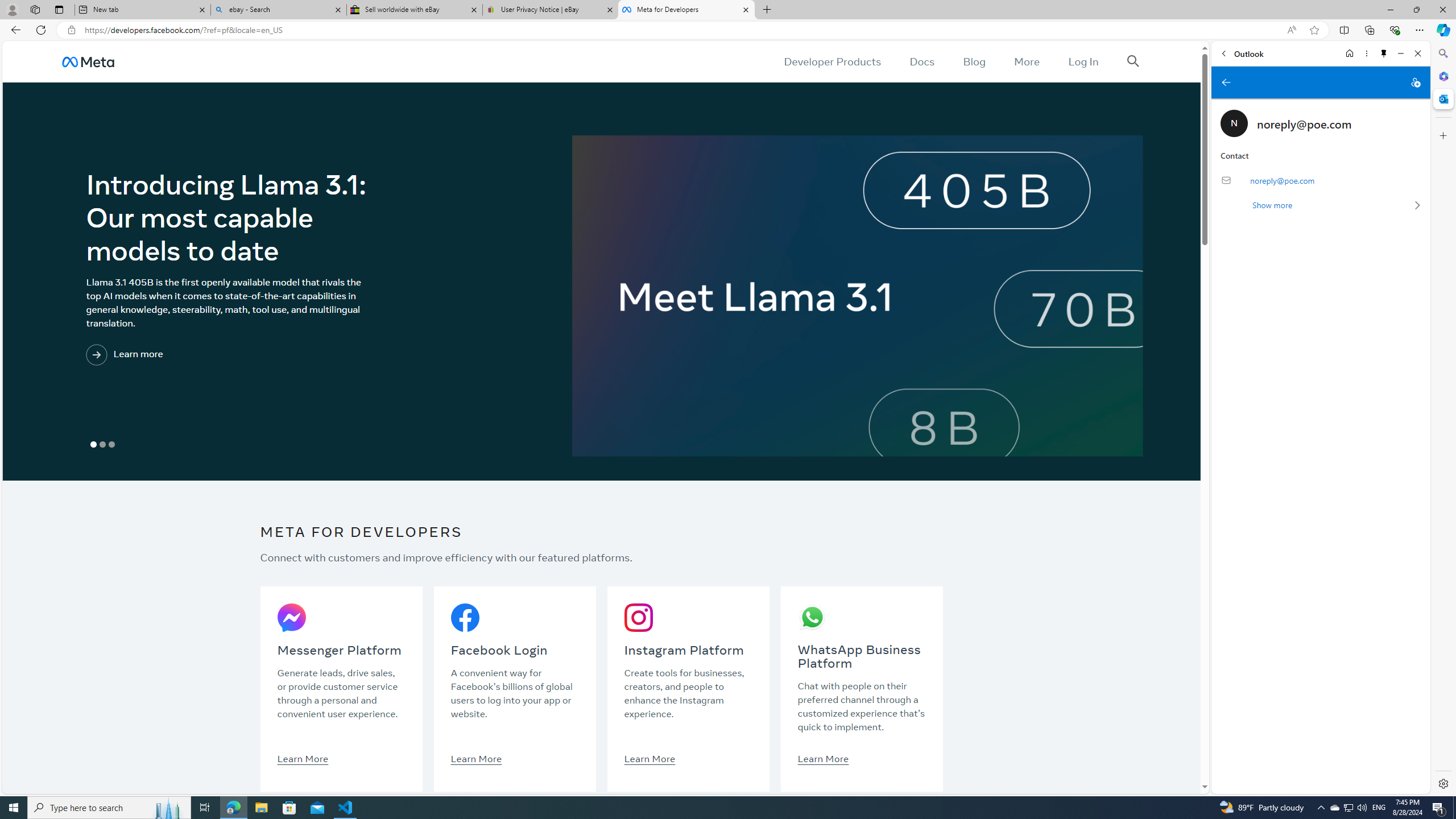 This screenshot has width=1456, height=819. Describe the element at coordinates (685, 9) in the screenshot. I see `'Meta for Developers'` at that location.